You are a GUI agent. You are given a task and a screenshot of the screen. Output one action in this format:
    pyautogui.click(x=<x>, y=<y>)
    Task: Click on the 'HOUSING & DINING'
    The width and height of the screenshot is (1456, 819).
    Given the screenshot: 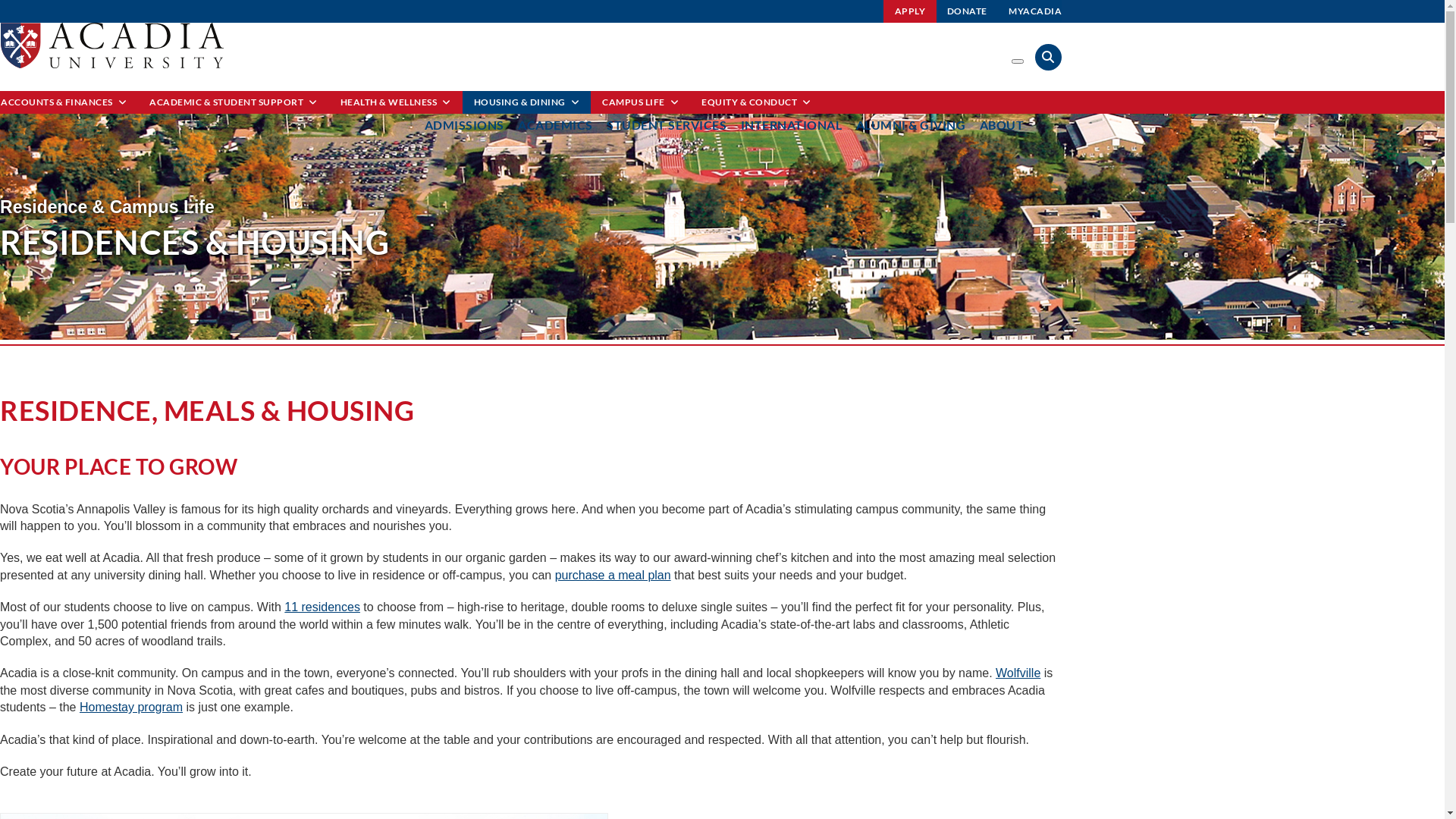 What is the action you would take?
    pyautogui.click(x=527, y=102)
    